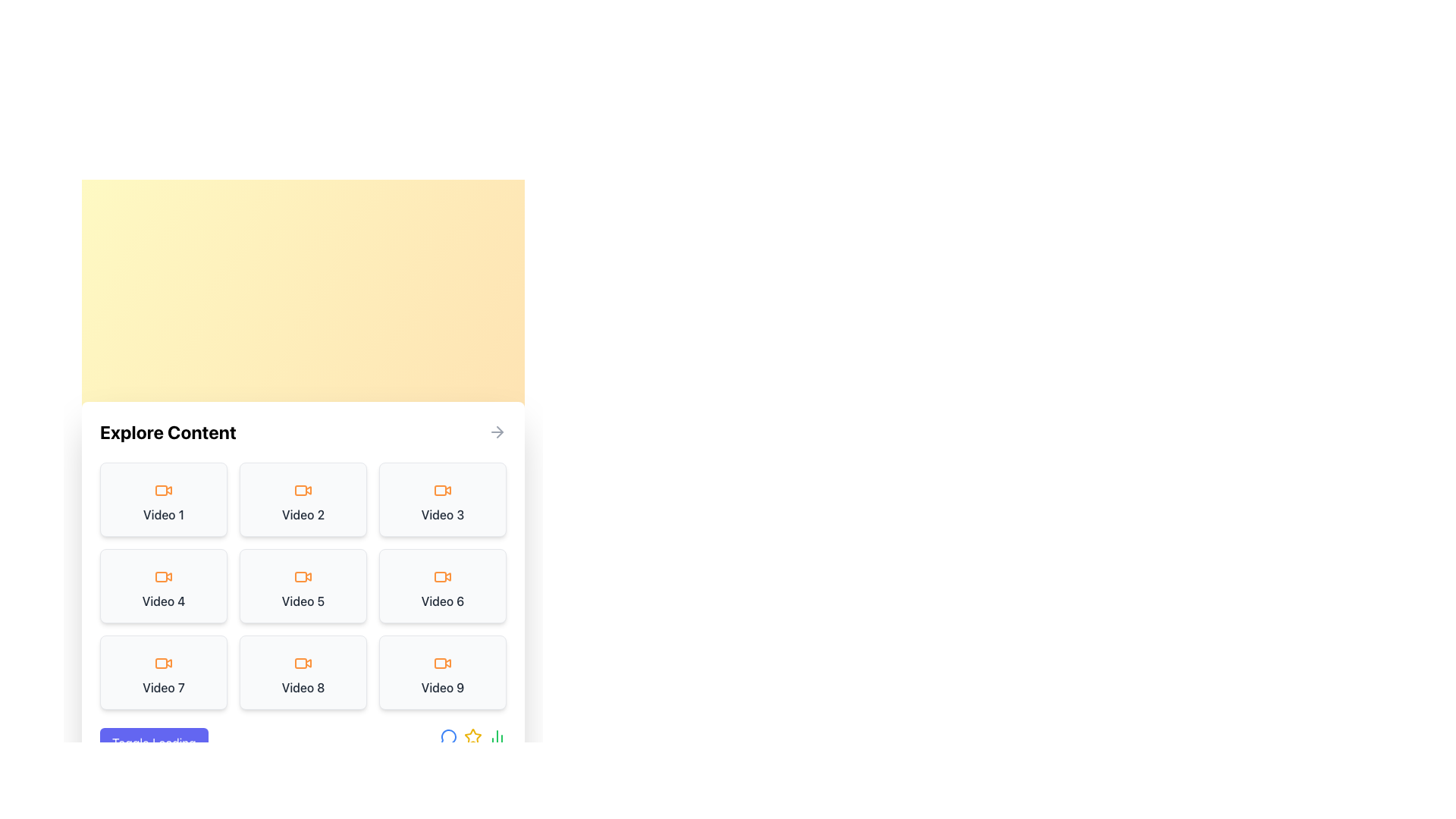 The image size is (1456, 819). Describe the element at coordinates (303, 500) in the screenshot. I see `the selectable card in the top row, middle column of the grid layout` at that location.